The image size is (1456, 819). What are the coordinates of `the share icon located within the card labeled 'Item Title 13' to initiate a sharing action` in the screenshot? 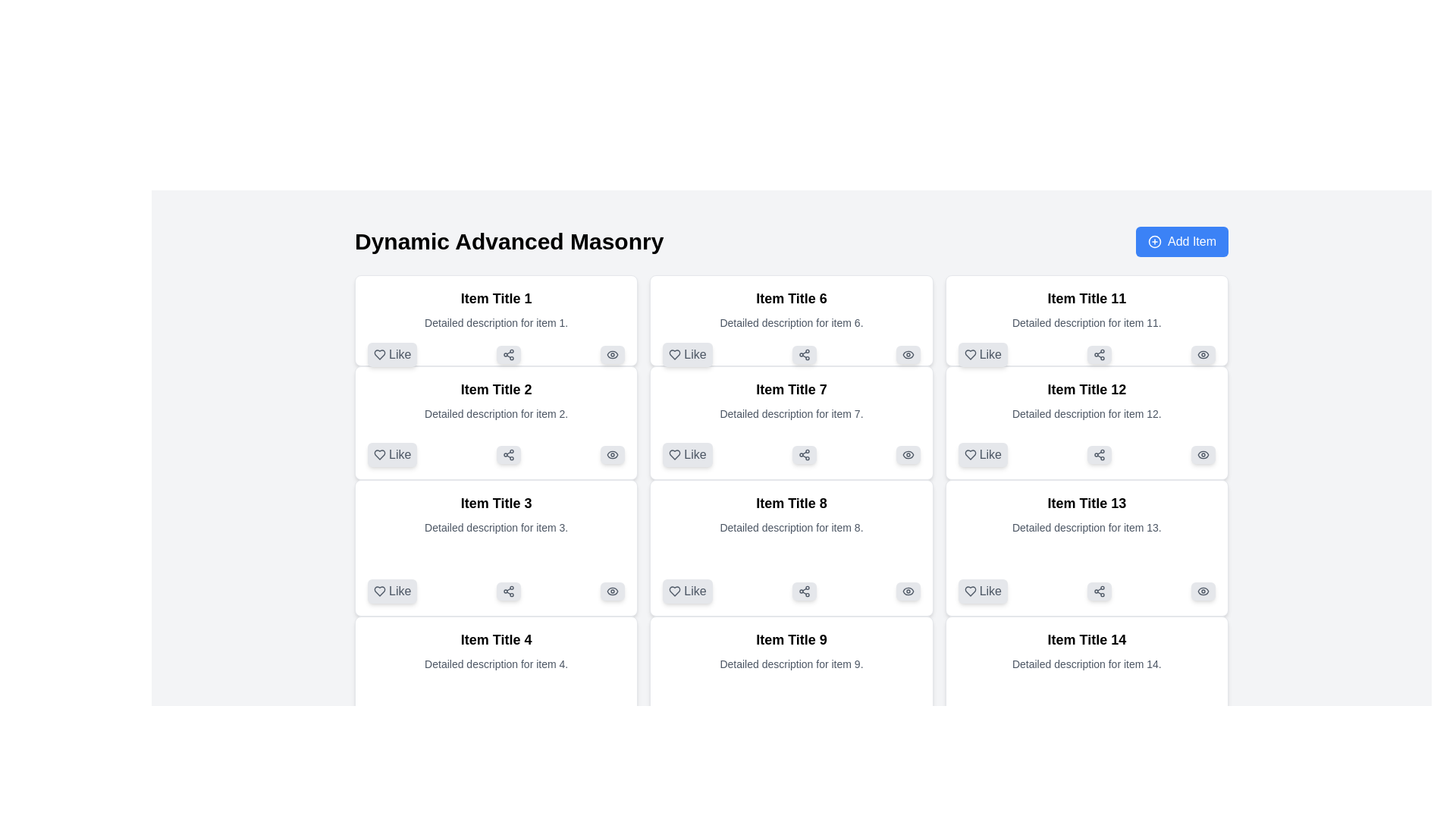 It's located at (1099, 590).